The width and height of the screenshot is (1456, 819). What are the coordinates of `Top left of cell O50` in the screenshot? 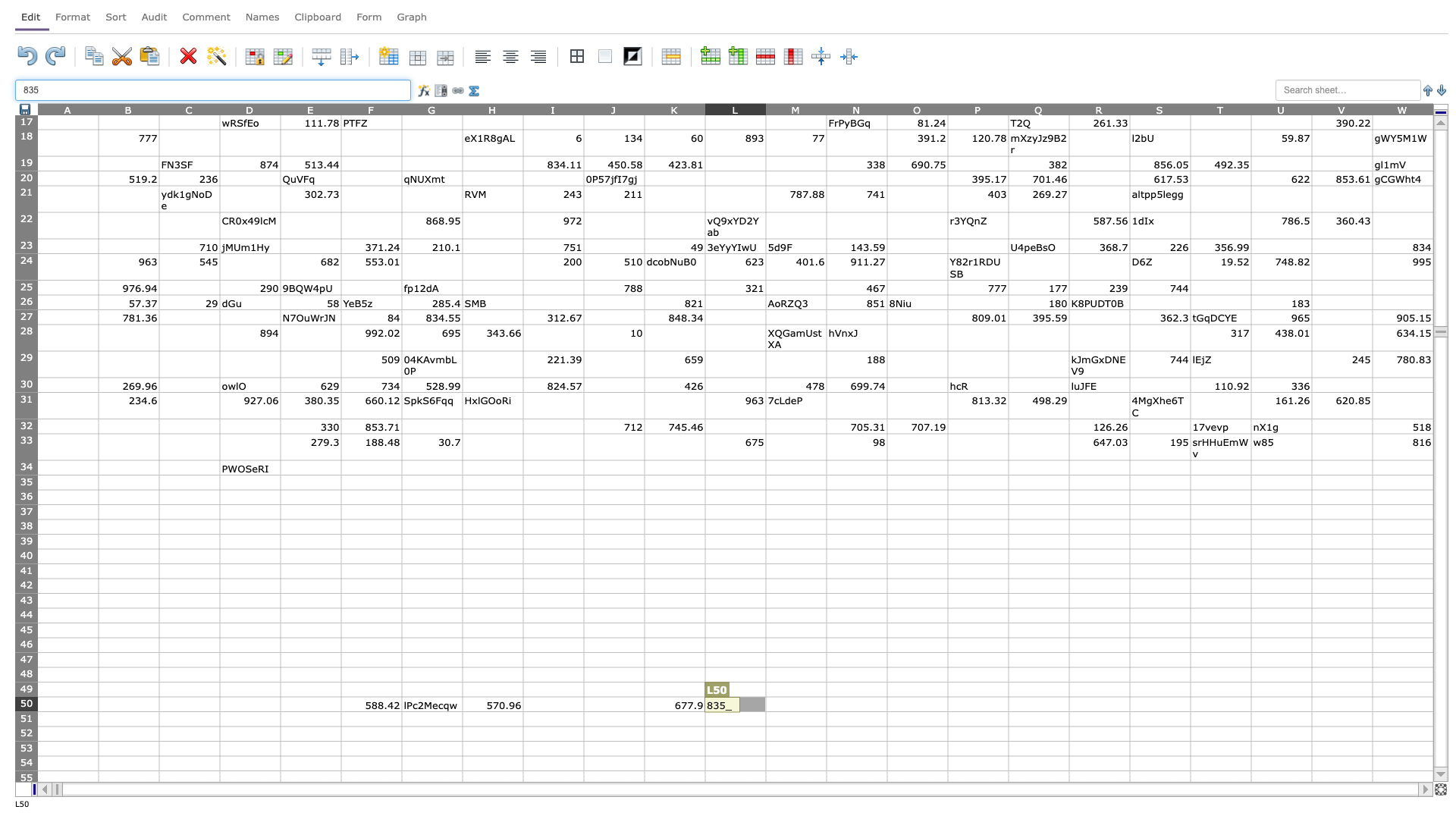 It's located at (887, 696).